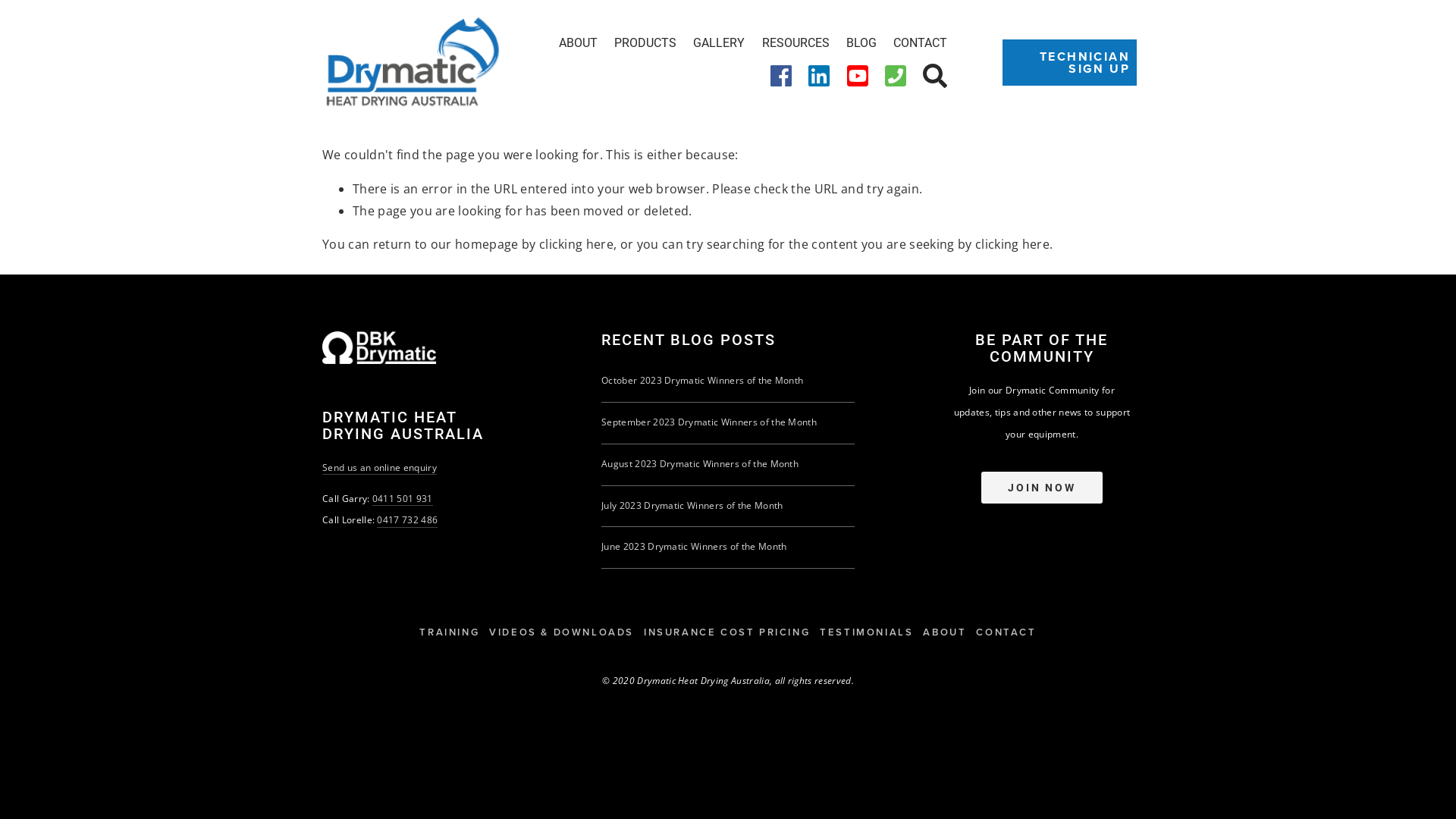  What do you see at coordinates (403, 499) in the screenshot?
I see `'0411 501 931'` at bounding box center [403, 499].